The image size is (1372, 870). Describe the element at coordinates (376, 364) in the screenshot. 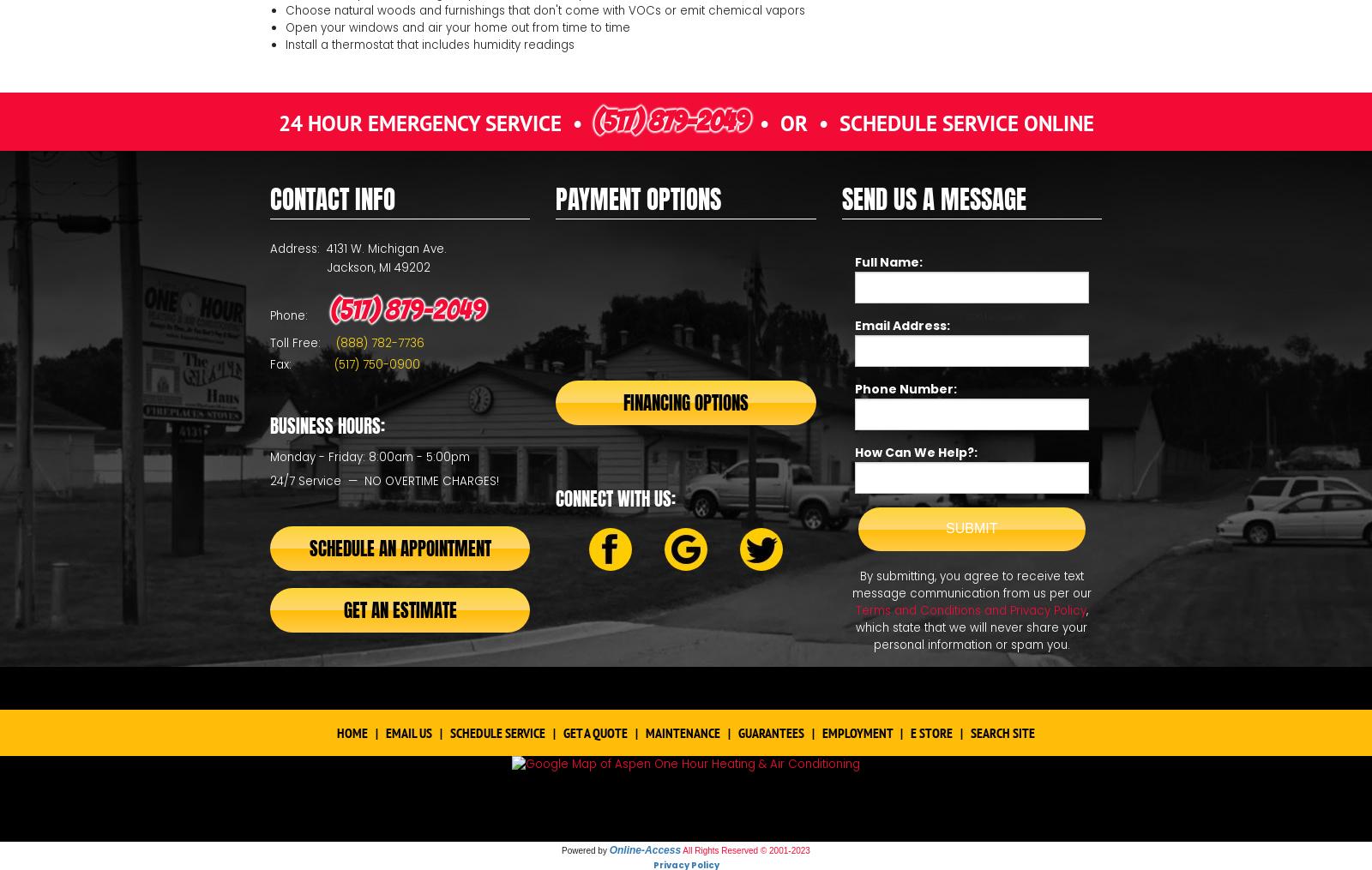

I see `'(517) 750-0900'` at that location.